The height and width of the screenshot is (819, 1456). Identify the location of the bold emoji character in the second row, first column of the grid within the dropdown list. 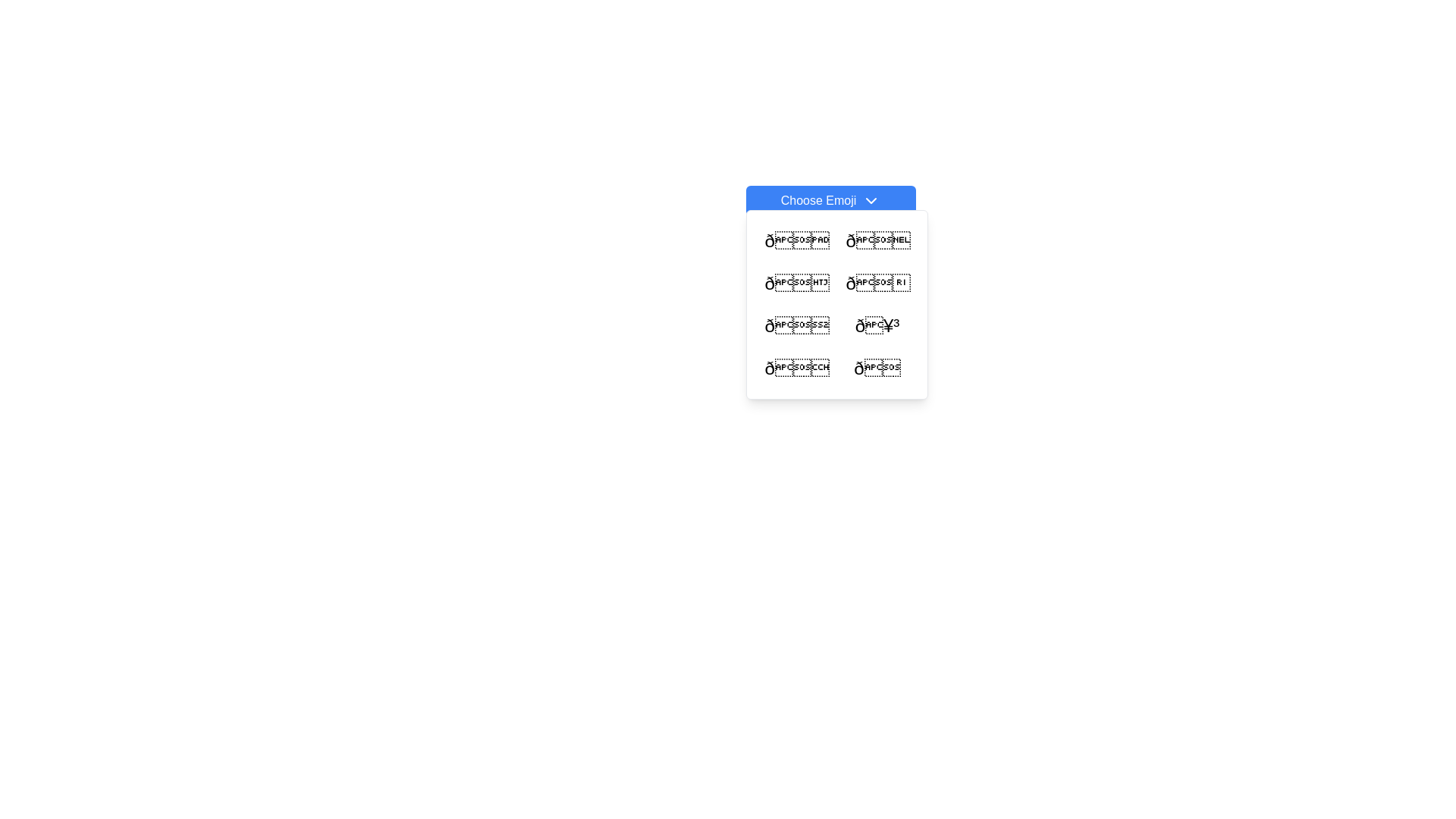
(795, 284).